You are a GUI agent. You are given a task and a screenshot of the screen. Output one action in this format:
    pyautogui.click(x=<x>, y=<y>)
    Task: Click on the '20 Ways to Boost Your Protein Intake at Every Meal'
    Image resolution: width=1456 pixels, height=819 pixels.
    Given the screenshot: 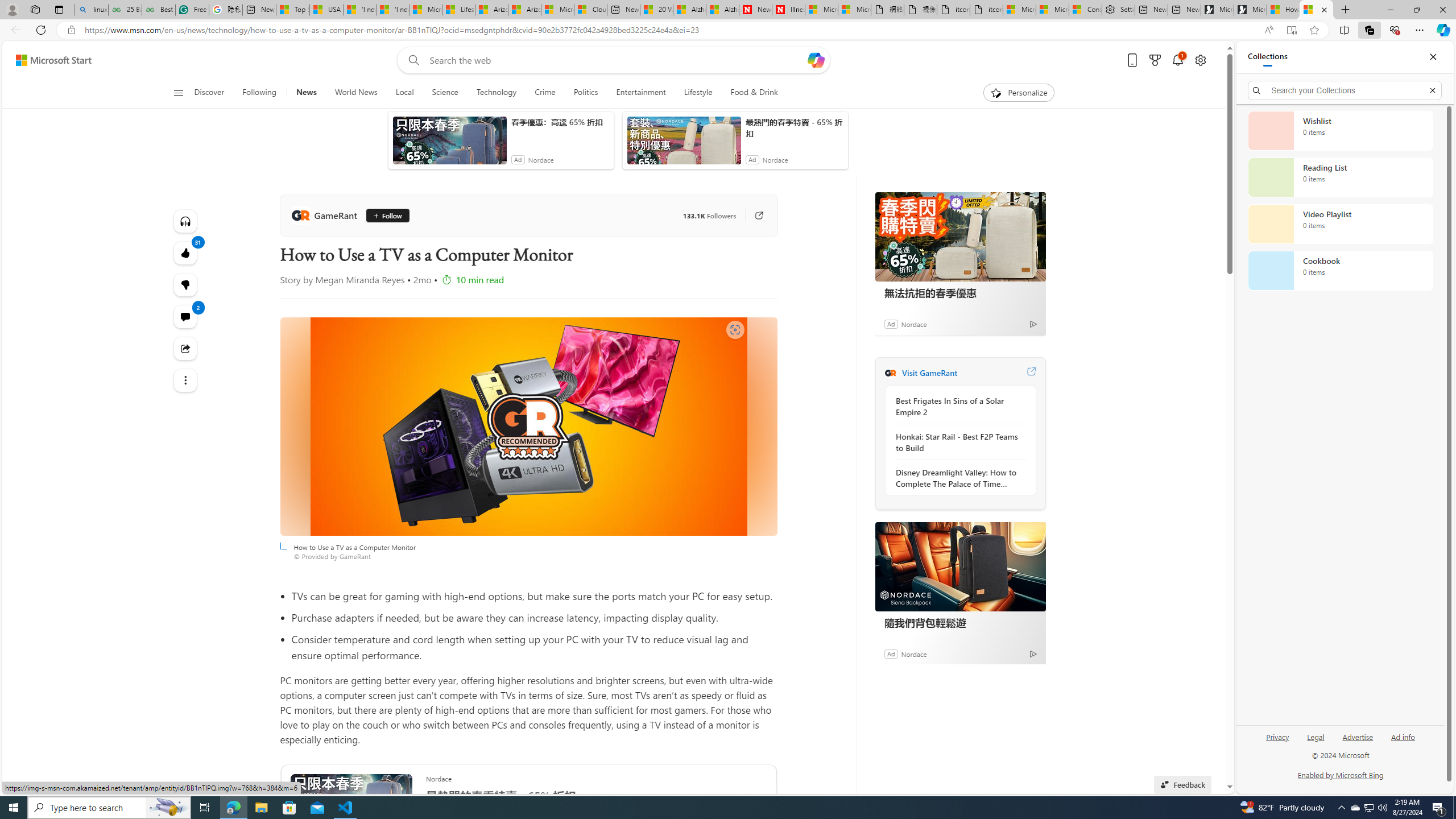 What is the action you would take?
    pyautogui.click(x=656, y=9)
    